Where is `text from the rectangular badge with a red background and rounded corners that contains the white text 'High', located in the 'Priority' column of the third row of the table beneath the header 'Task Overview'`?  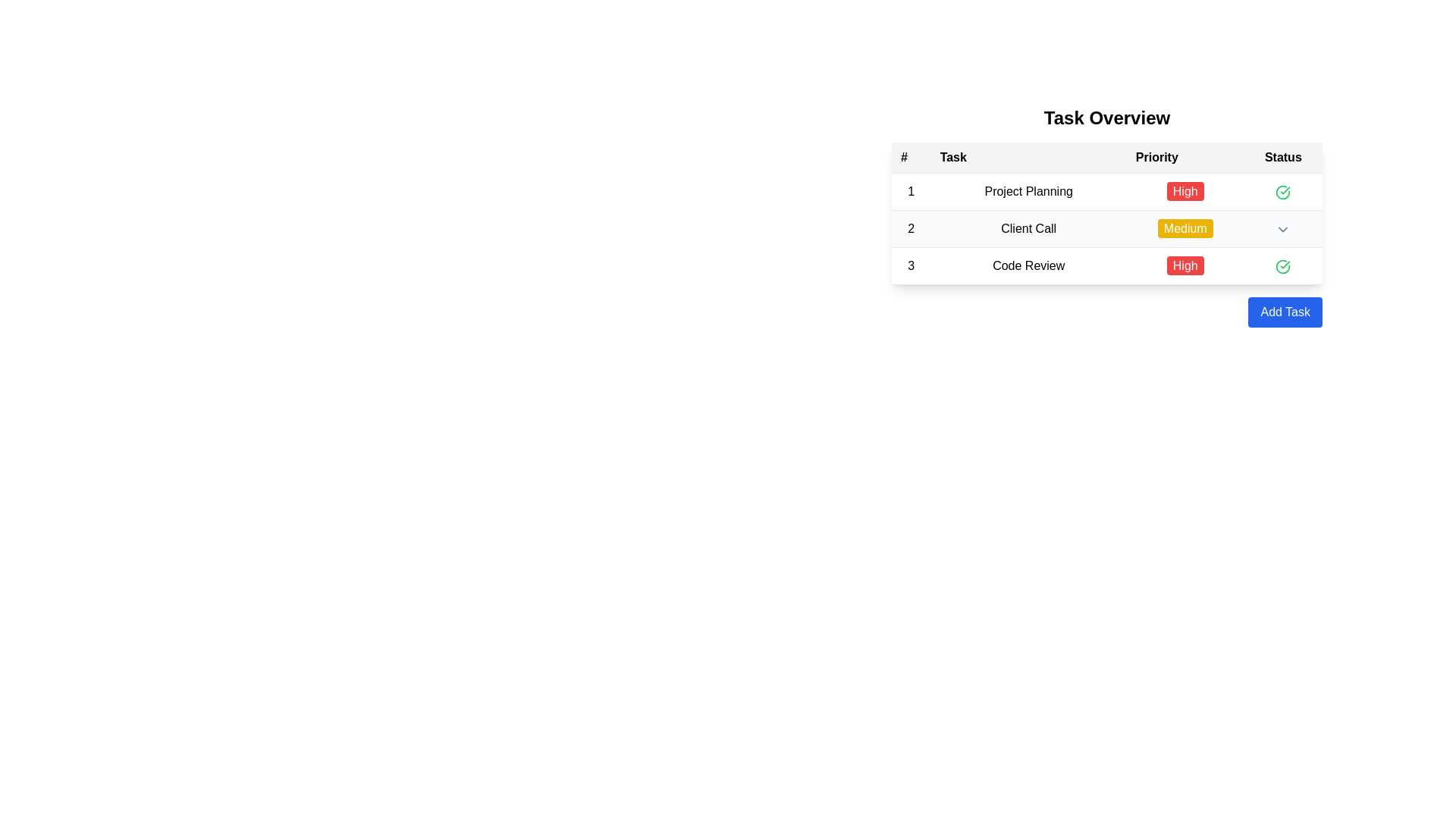
text from the rectangular badge with a red background and rounded corners that contains the white text 'High', located in the 'Priority' column of the third row of the table beneath the header 'Task Overview' is located at coordinates (1185, 265).